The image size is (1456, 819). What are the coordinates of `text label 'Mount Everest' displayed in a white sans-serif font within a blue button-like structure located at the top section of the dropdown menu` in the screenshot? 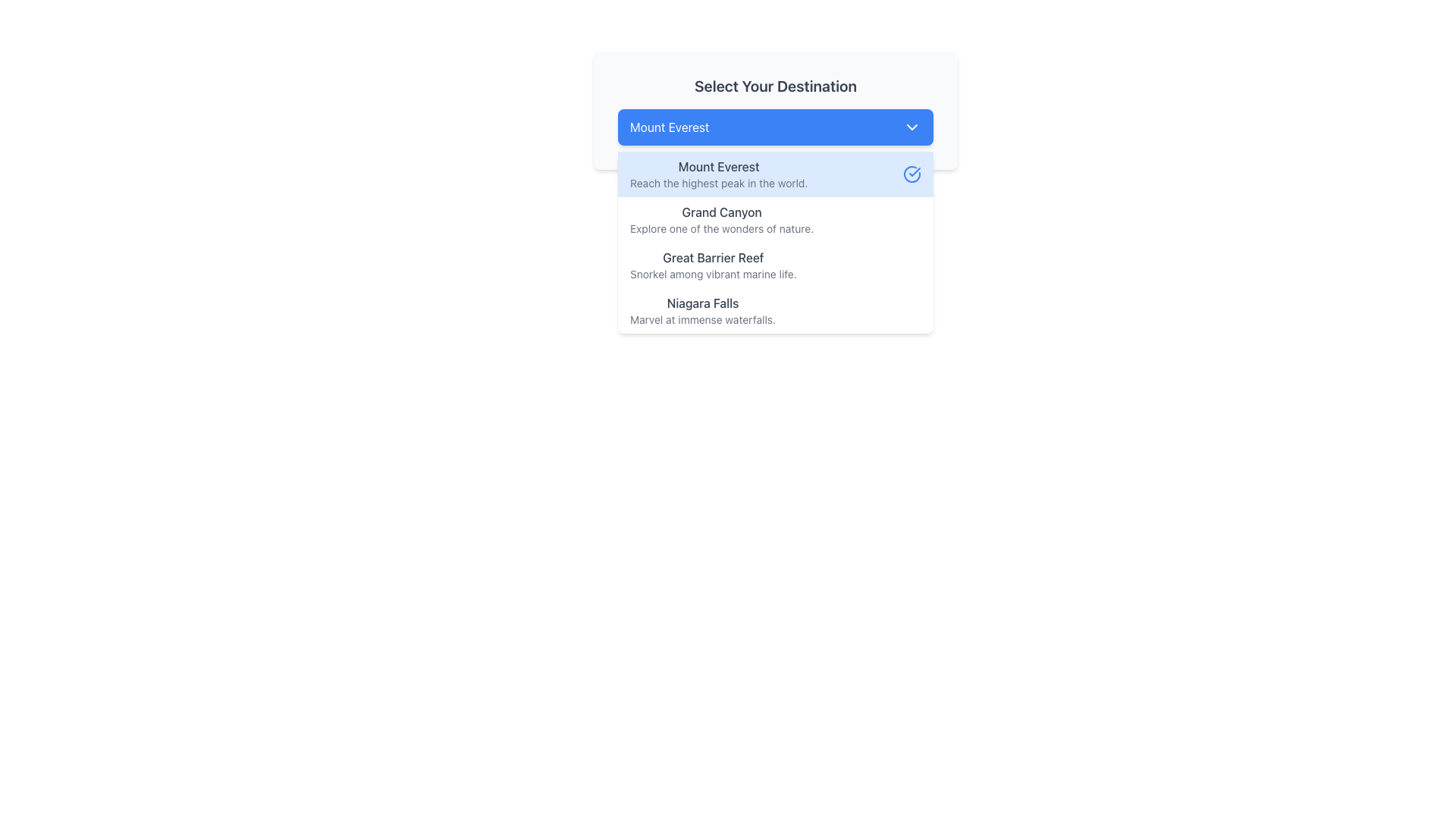 It's located at (669, 127).